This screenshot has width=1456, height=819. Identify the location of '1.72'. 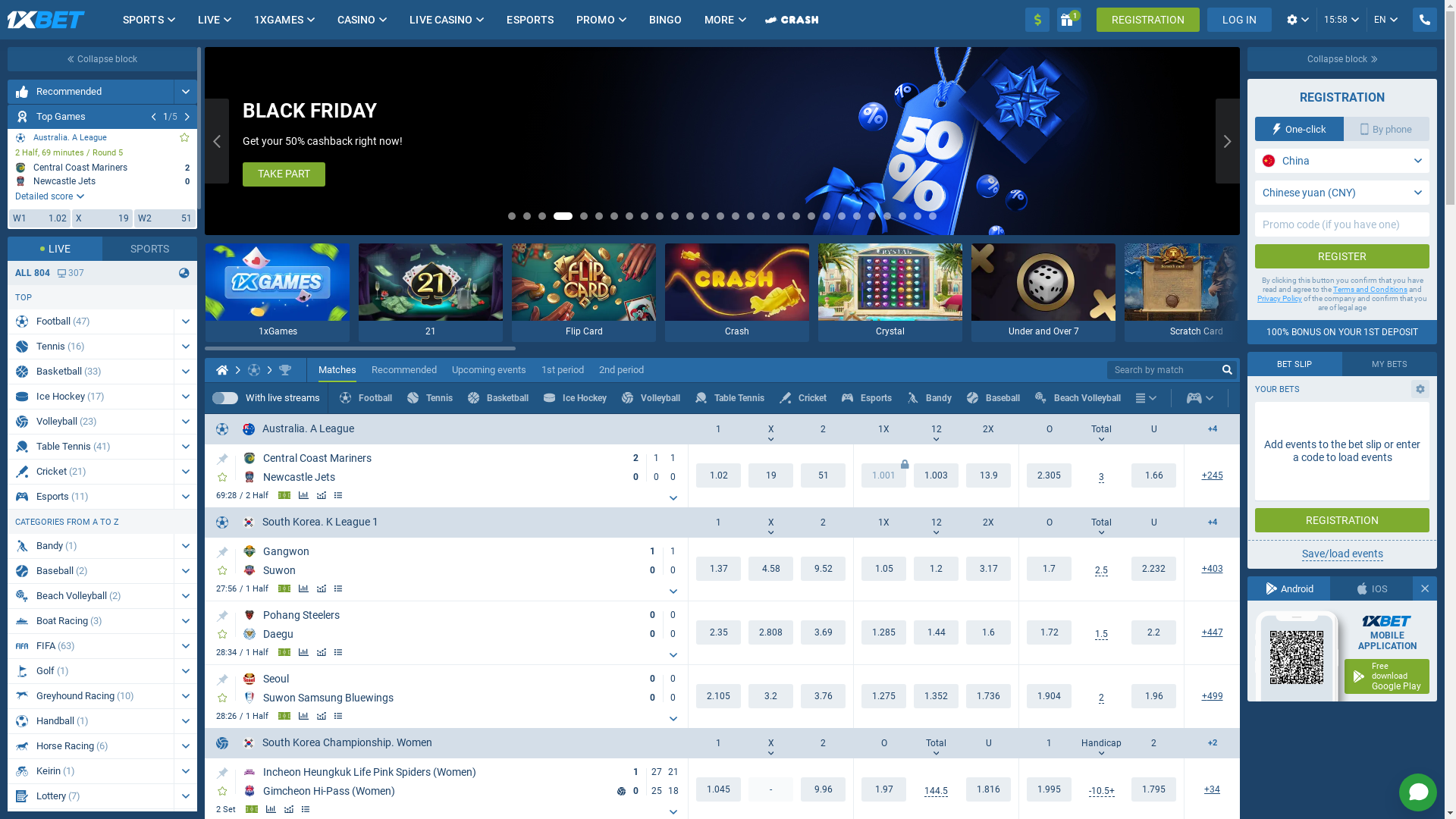
(1026, 632).